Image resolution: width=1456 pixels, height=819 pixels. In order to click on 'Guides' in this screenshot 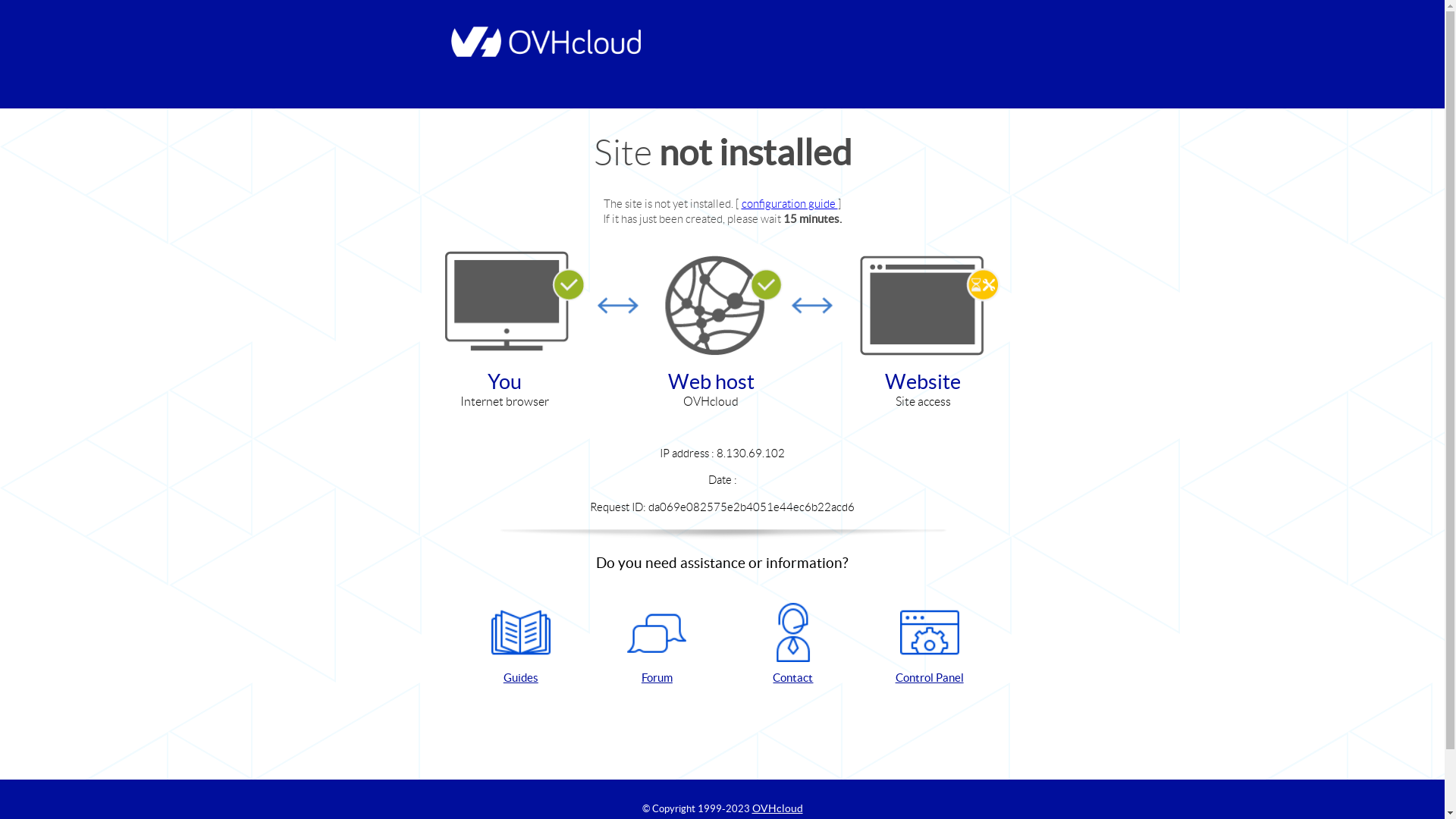, I will do `click(520, 644)`.